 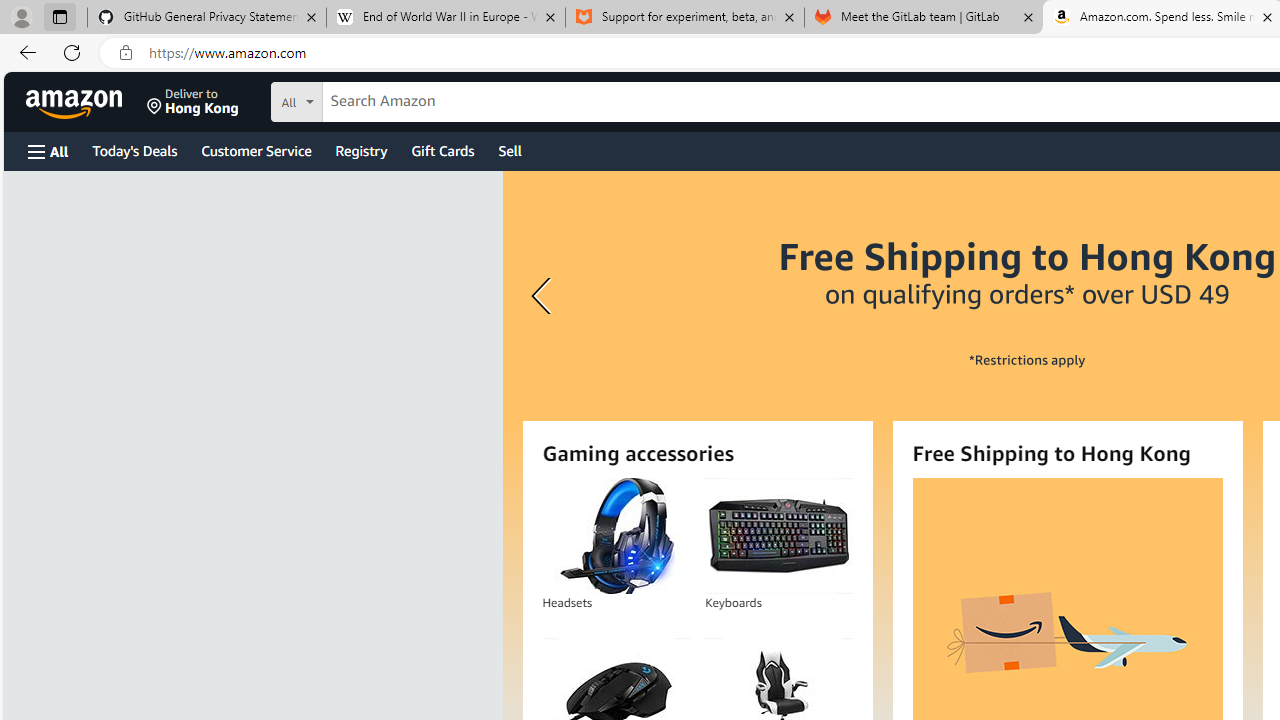 What do you see at coordinates (133, 149) in the screenshot?
I see `'Today'` at bounding box center [133, 149].